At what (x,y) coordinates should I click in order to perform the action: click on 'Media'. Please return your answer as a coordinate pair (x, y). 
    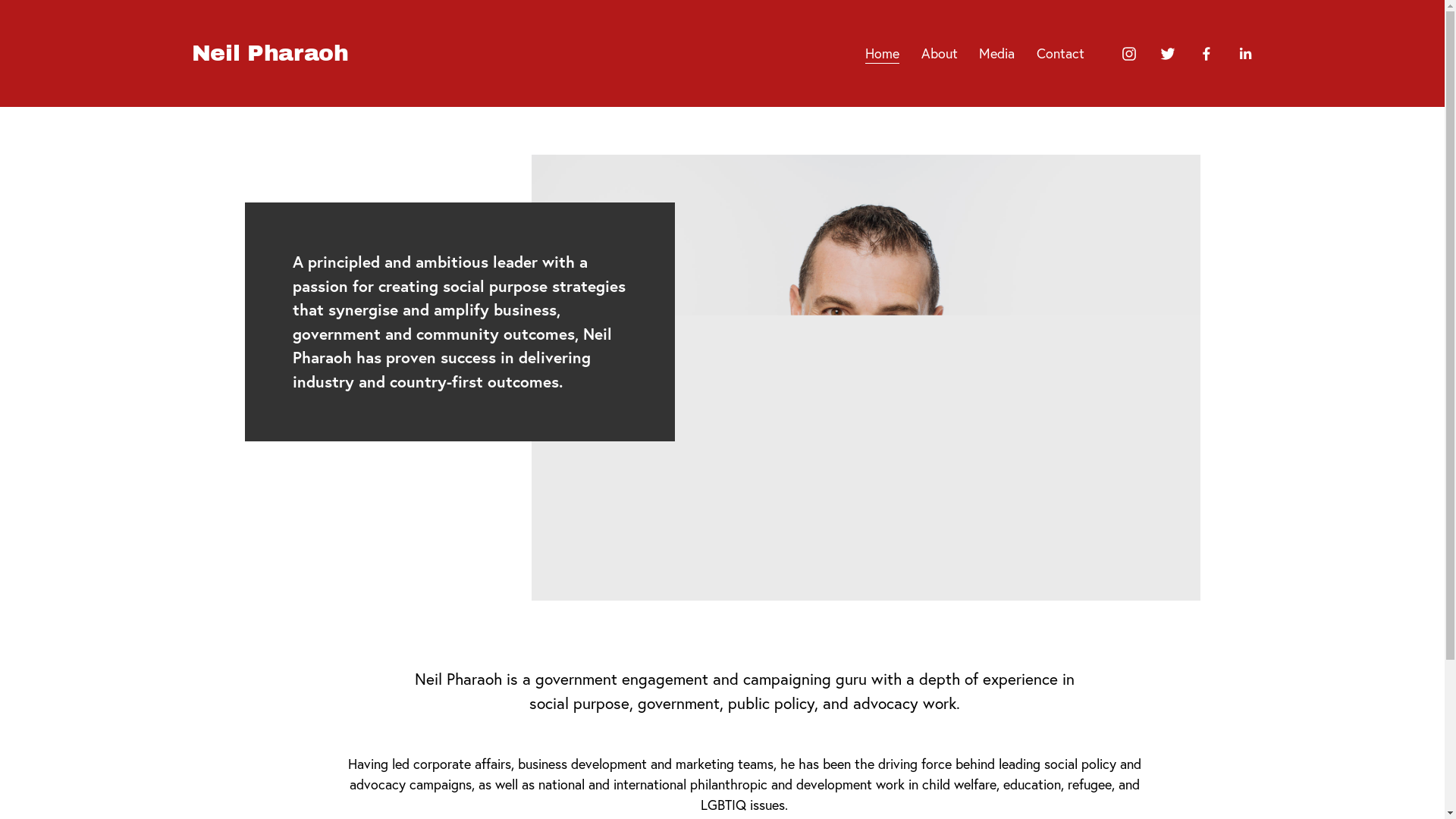
    Looking at the image, I should click on (996, 52).